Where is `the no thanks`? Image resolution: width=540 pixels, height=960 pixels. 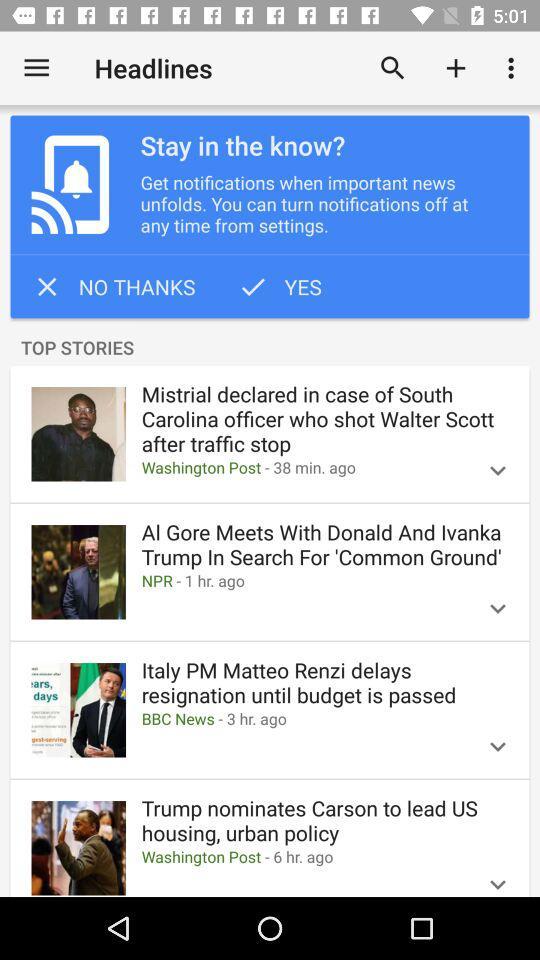 the no thanks is located at coordinates (113, 285).